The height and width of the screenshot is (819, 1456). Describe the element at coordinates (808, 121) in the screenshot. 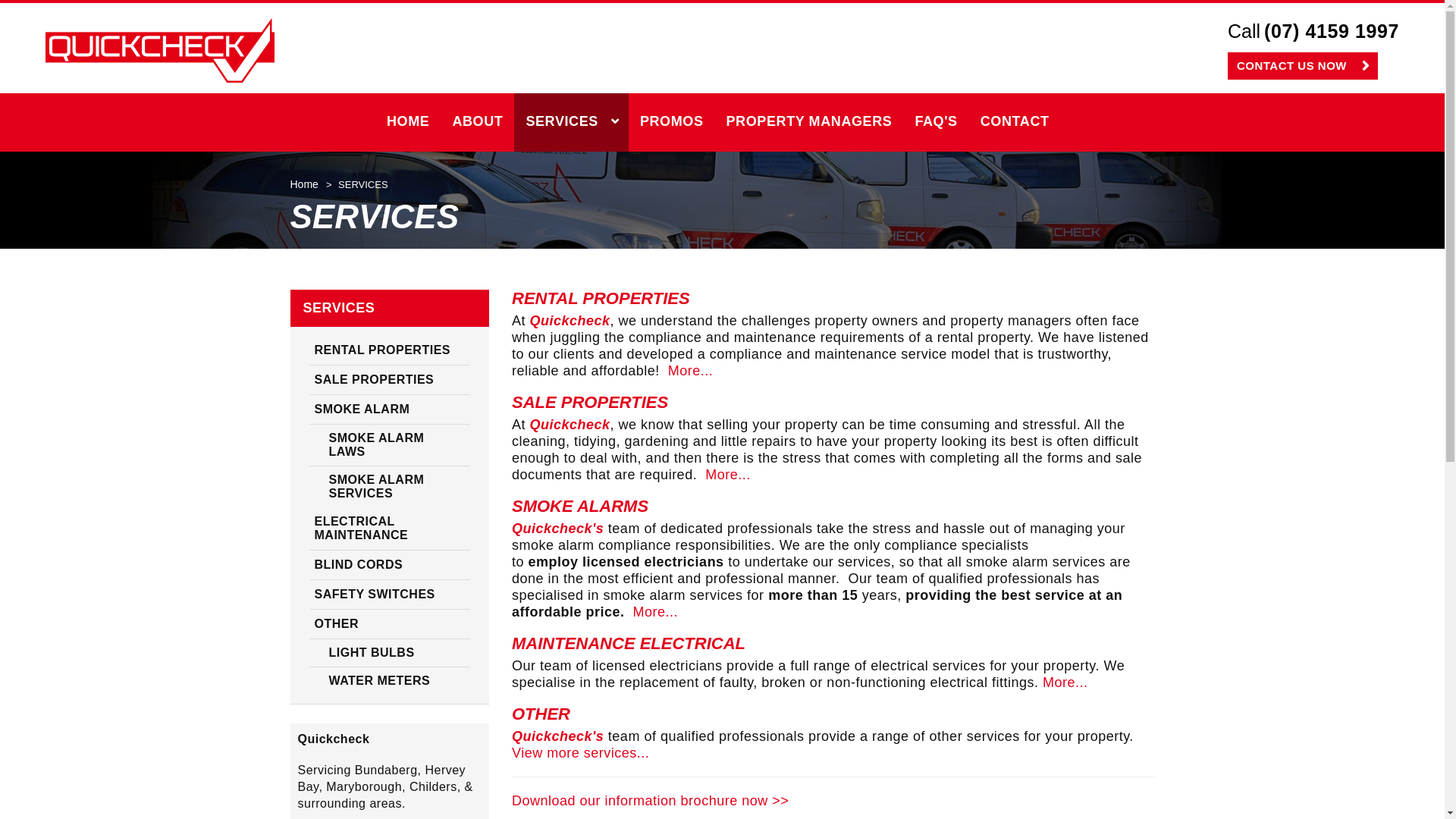

I see `'PROPERTY MANAGERS'` at that location.